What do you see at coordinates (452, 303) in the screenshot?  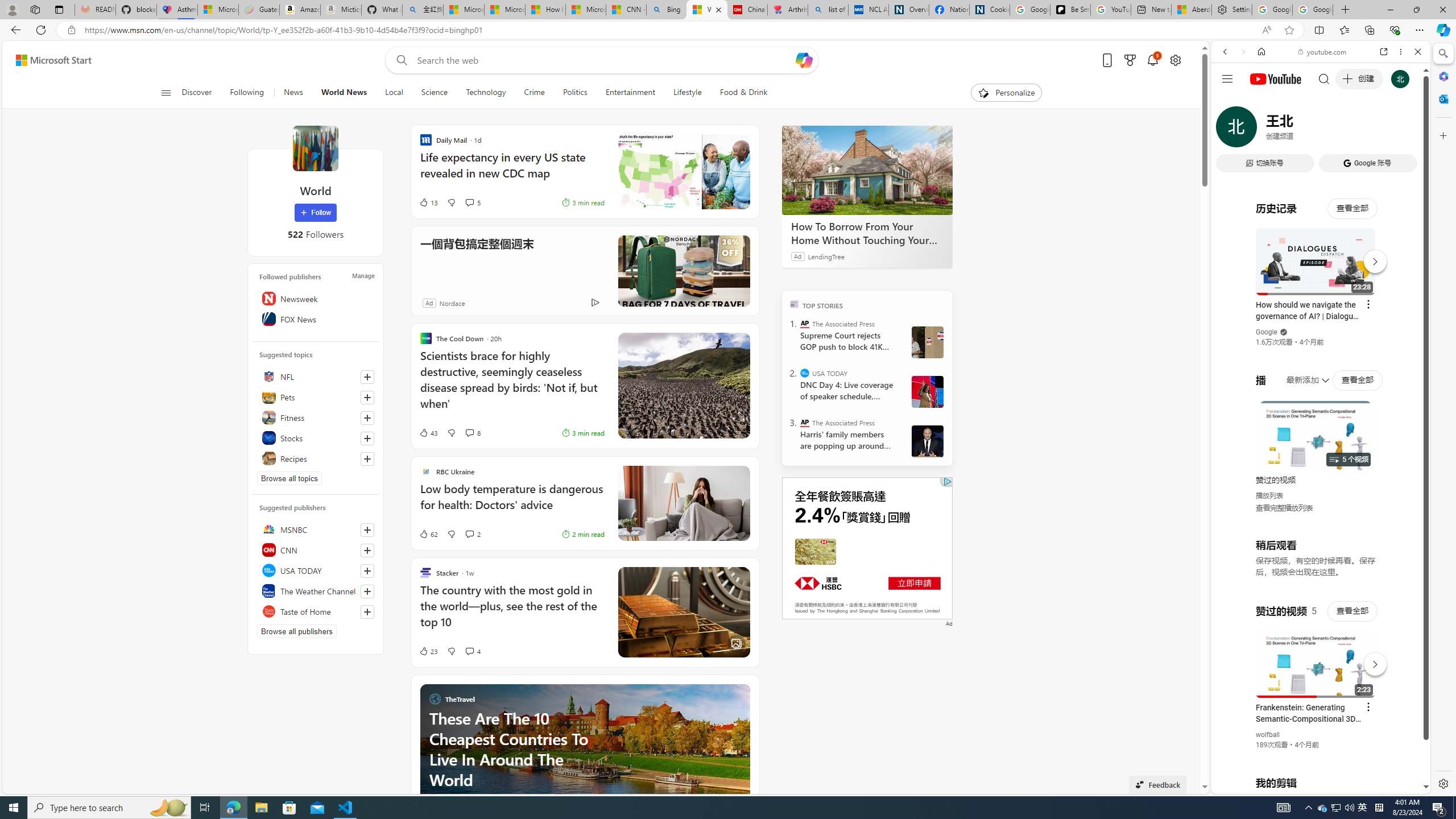 I see `'Nordace'` at bounding box center [452, 303].